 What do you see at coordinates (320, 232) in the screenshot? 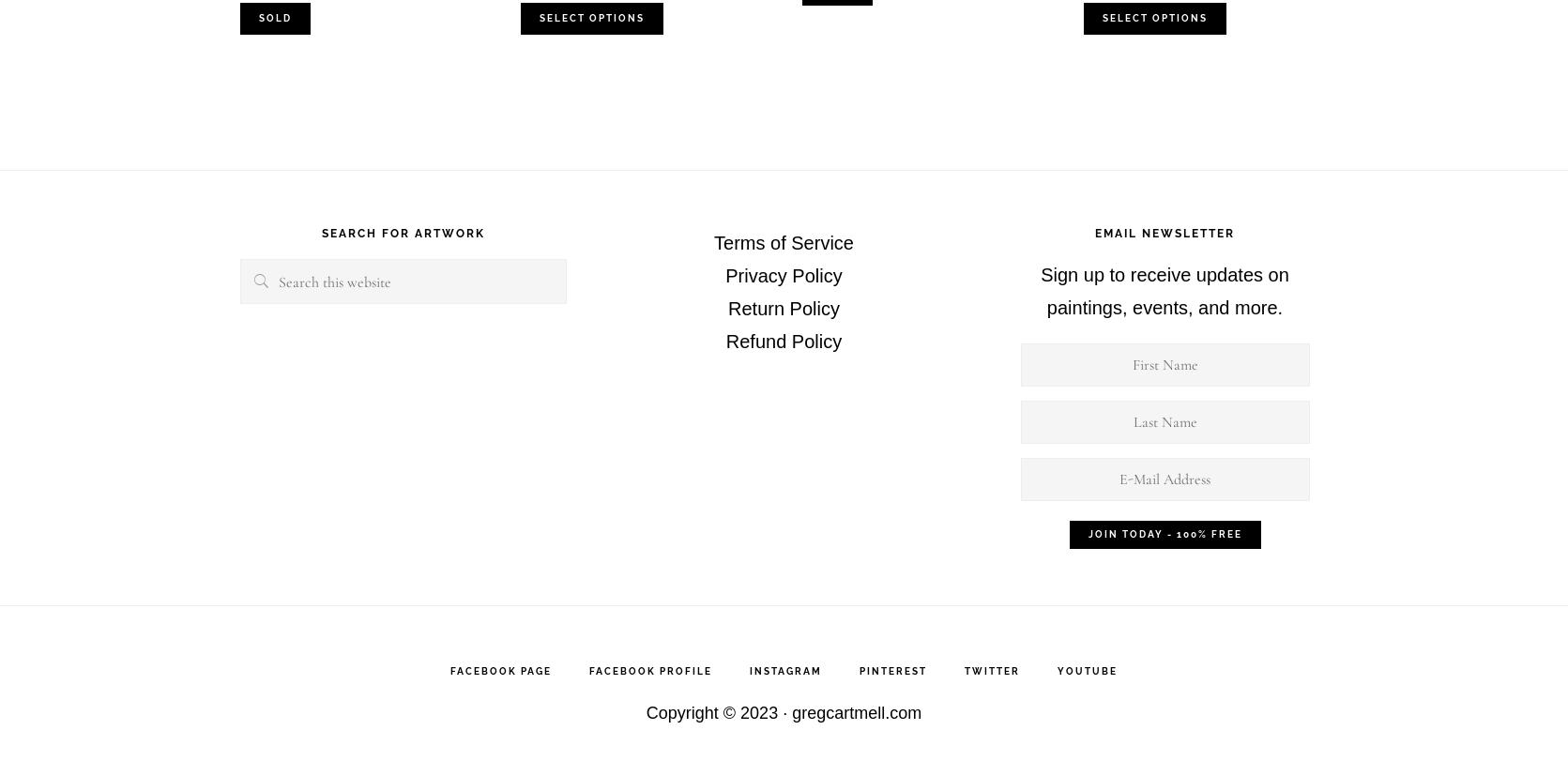
I see `'Search For Artwork'` at bounding box center [320, 232].